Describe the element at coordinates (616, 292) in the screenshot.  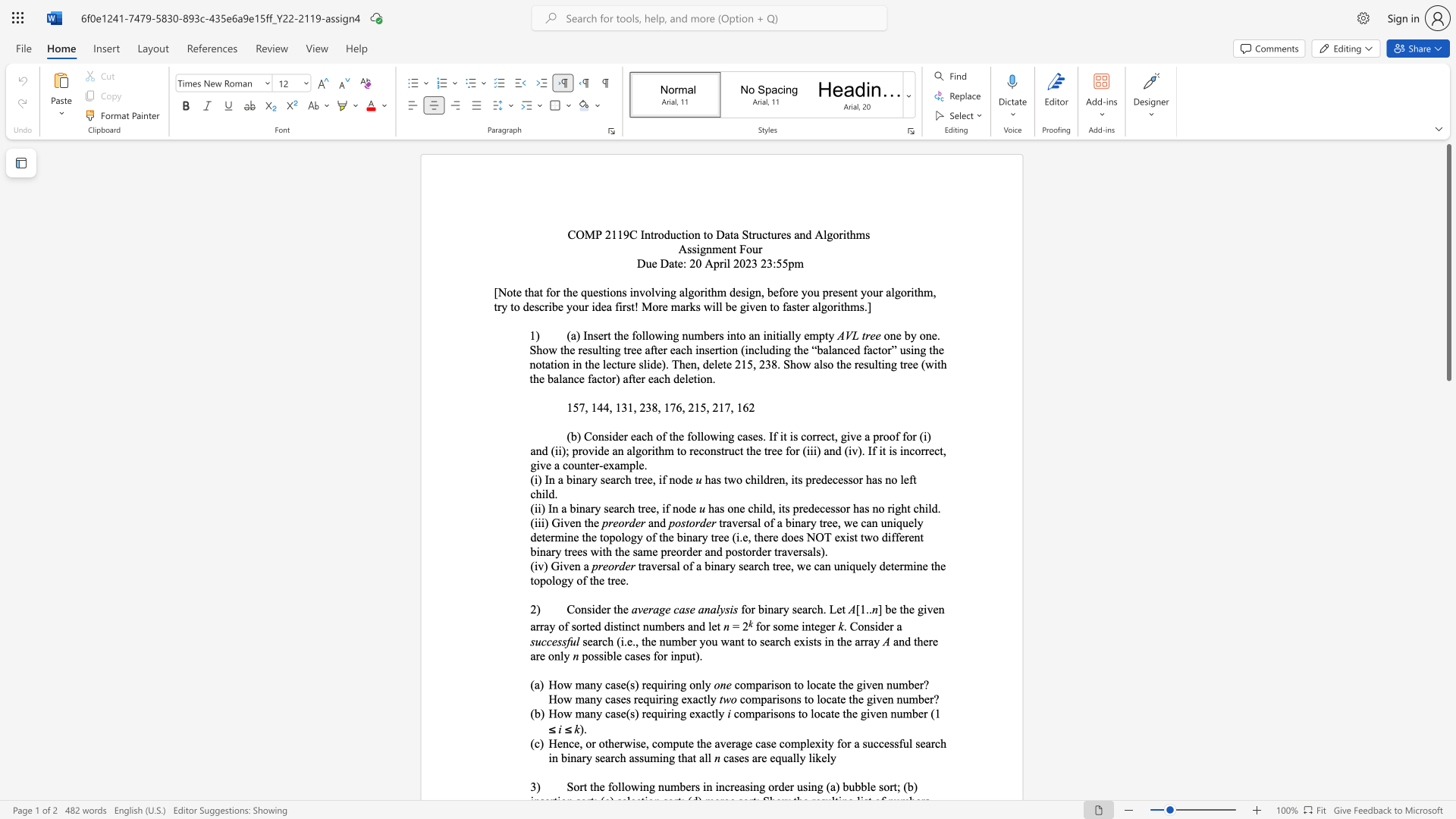
I see `the subset text "ns involving algorithm design, before you present your" within the text "[Note that for the questions involving algorithm design, before you present your algorithm, try to describe your idea first! More marks will be given to faster algorithms.]"` at that location.